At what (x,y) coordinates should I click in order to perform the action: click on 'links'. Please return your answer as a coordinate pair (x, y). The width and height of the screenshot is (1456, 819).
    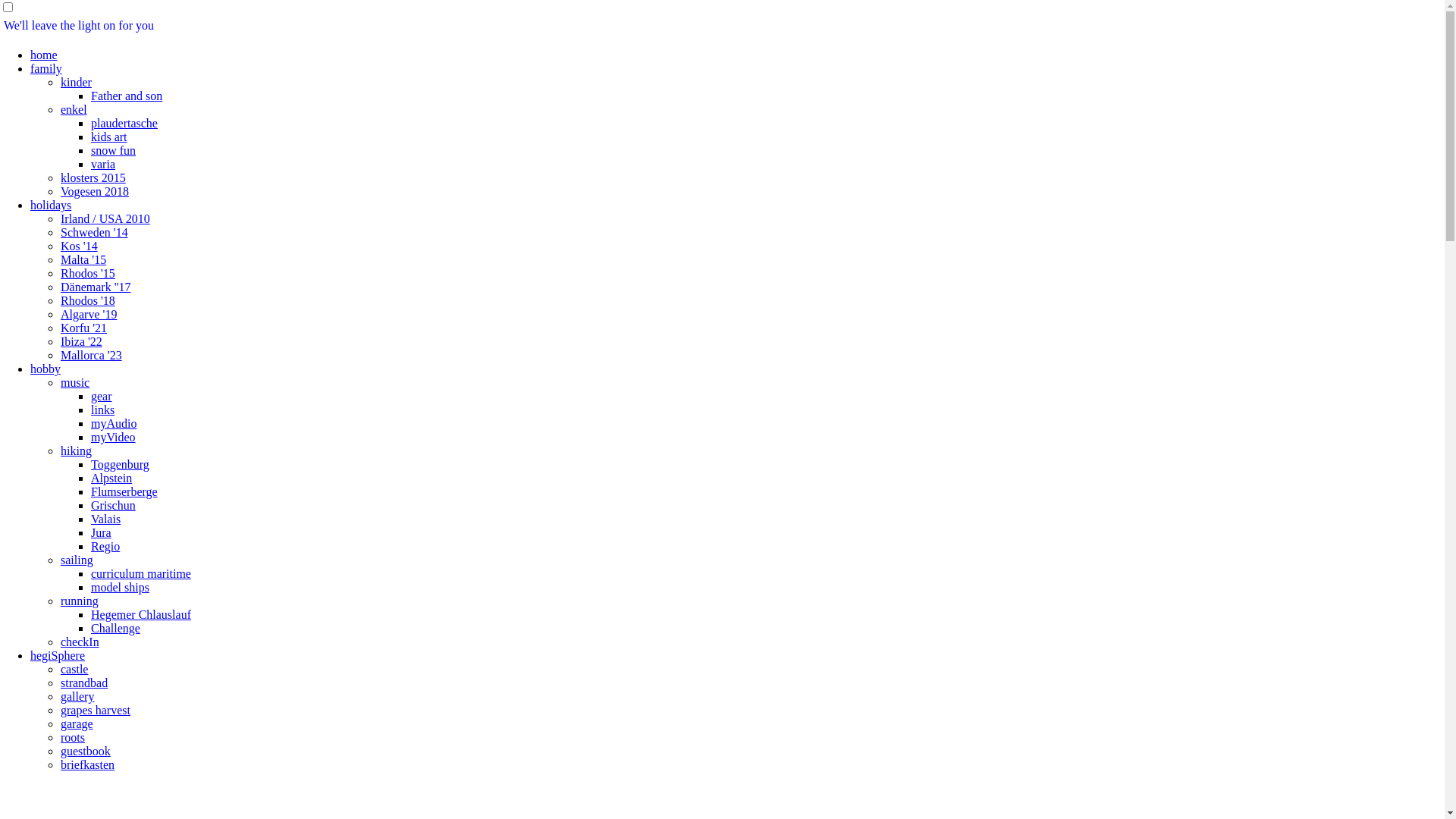
    Looking at the image, I should click on (102, 409).